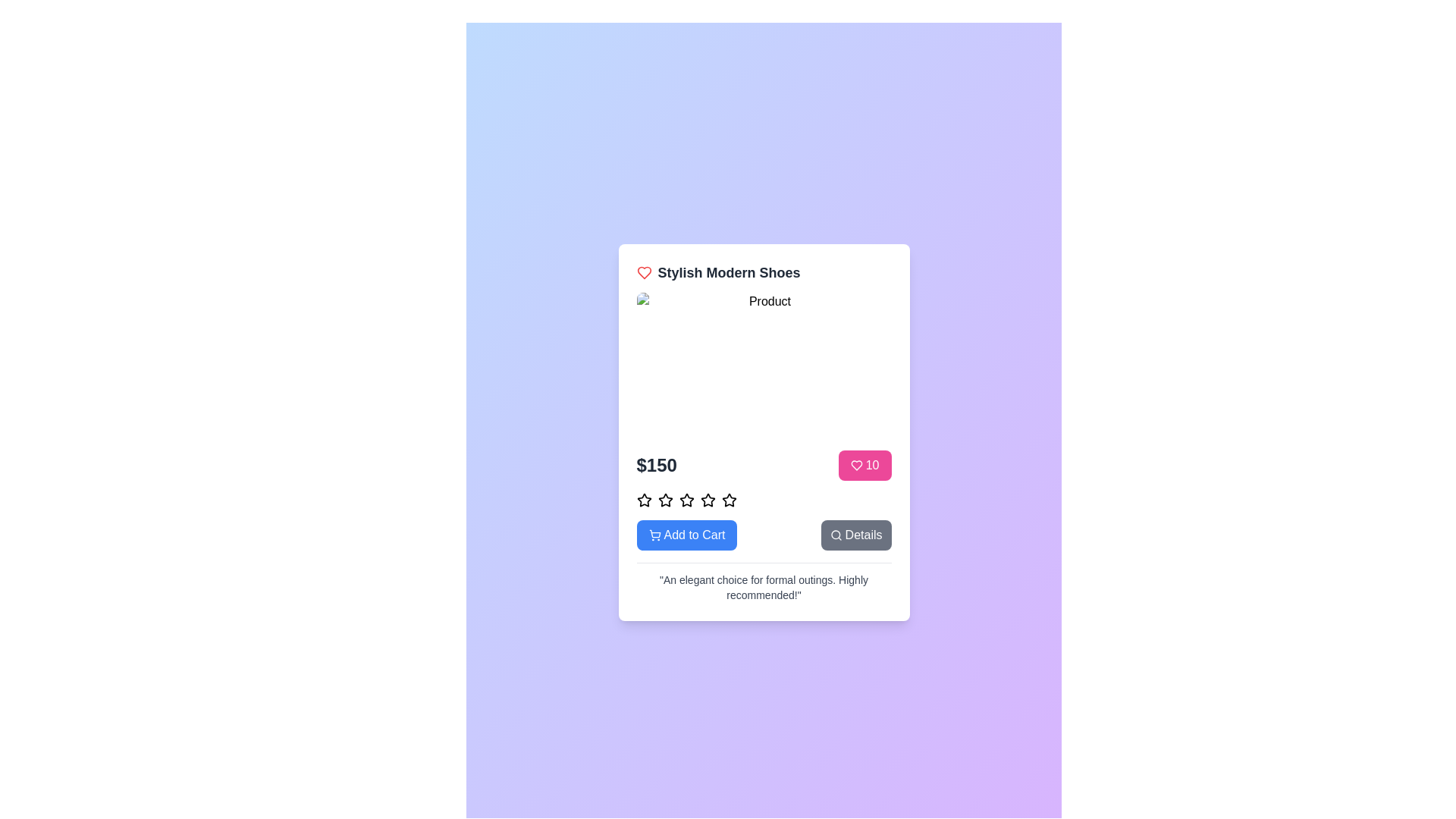 The width and height of the screenshot is (1456, 819). I want to click on the second star icon in the rating mechanism to modify the rating for the displayed product, so click(665, 500).